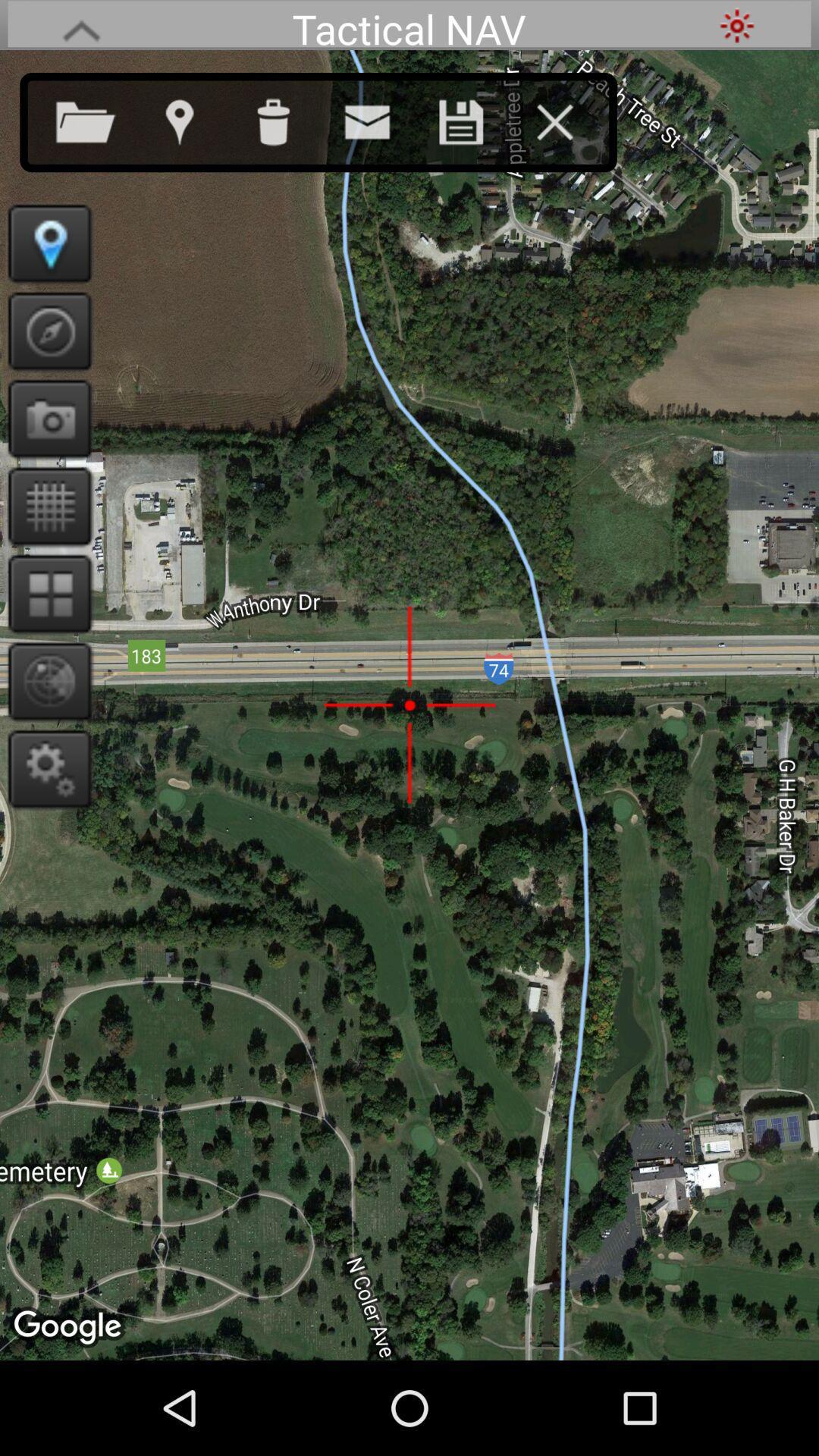 The width and height of the screenshot is (819, 1456). What do you see at coordinates (44, 353) in the screenshot?
I see `the explore icon` at bounding box center [44, 353].